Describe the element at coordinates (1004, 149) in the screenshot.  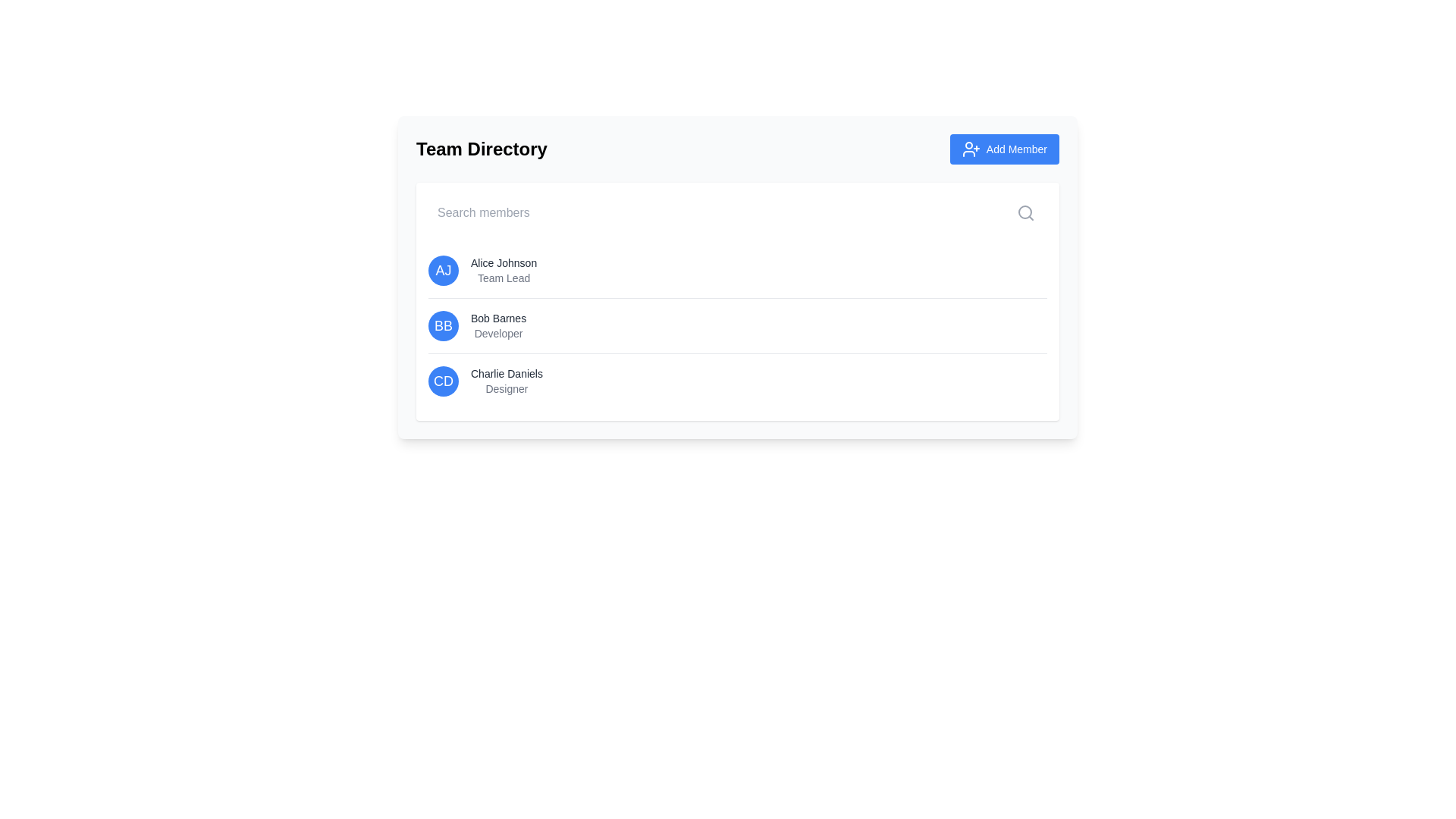
I see `the rectangular button with a blue background and white text reading 'Add Member' located in the upper-right corner of the 'Team Directory' section` at that location.